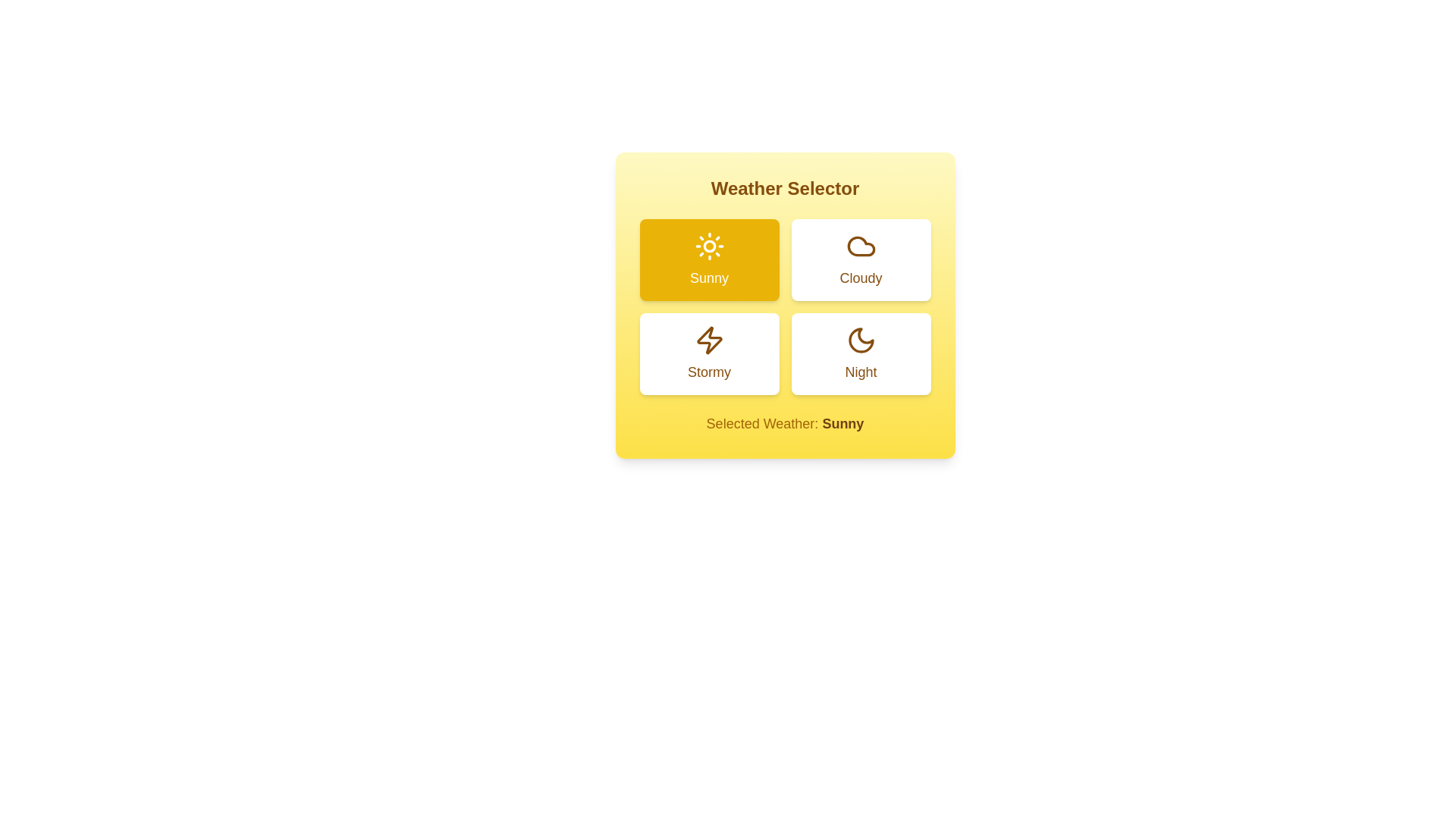 Image resolution: width=1456 pixels, height=819 pixels. I want to click on the weather option Cloudy by clicking its corresponding button, so click(861, 259).